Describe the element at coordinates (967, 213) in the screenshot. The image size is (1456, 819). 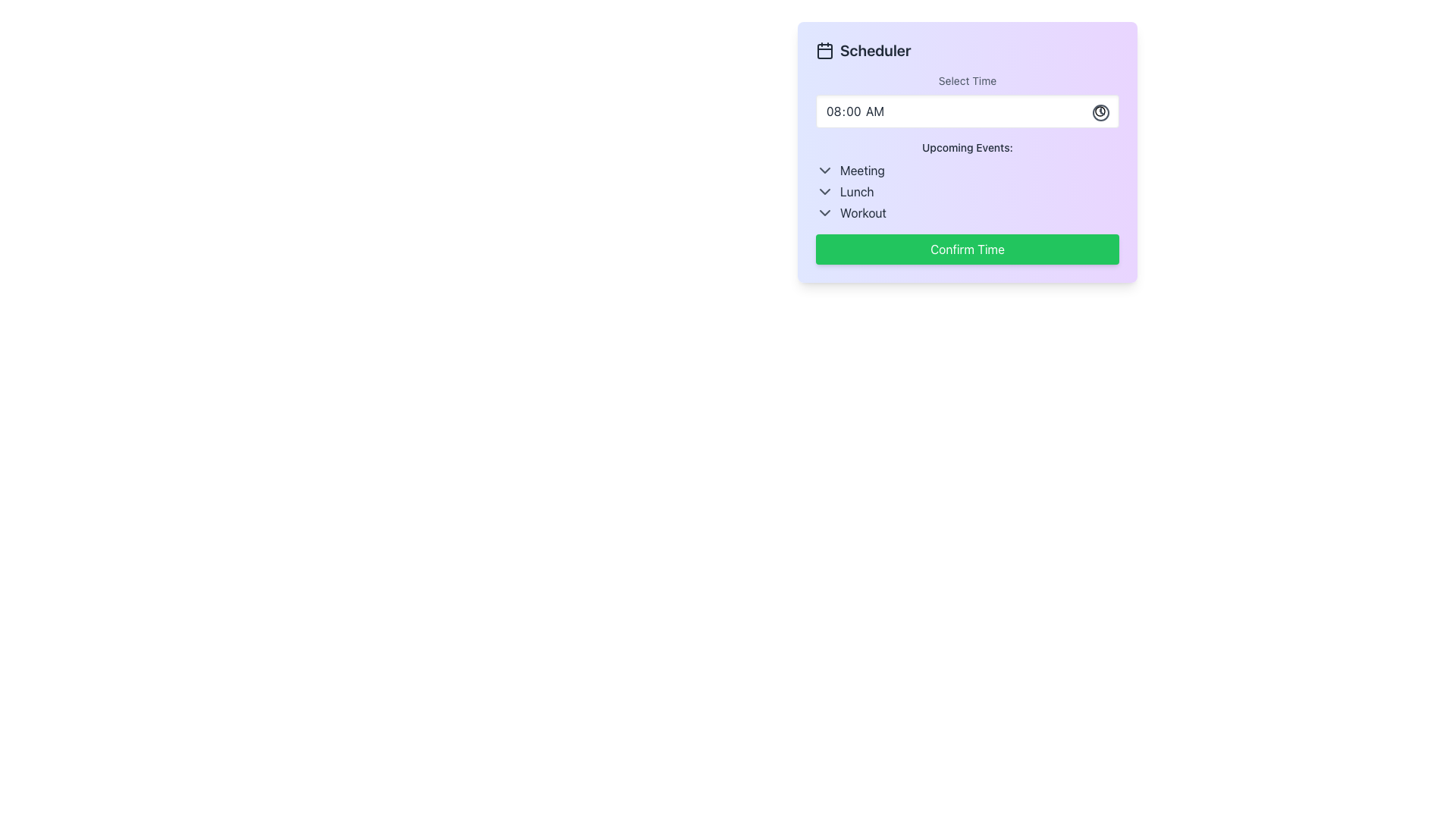
I see `the third list item labeled 'Workout' in the scheduling interface` at that location.